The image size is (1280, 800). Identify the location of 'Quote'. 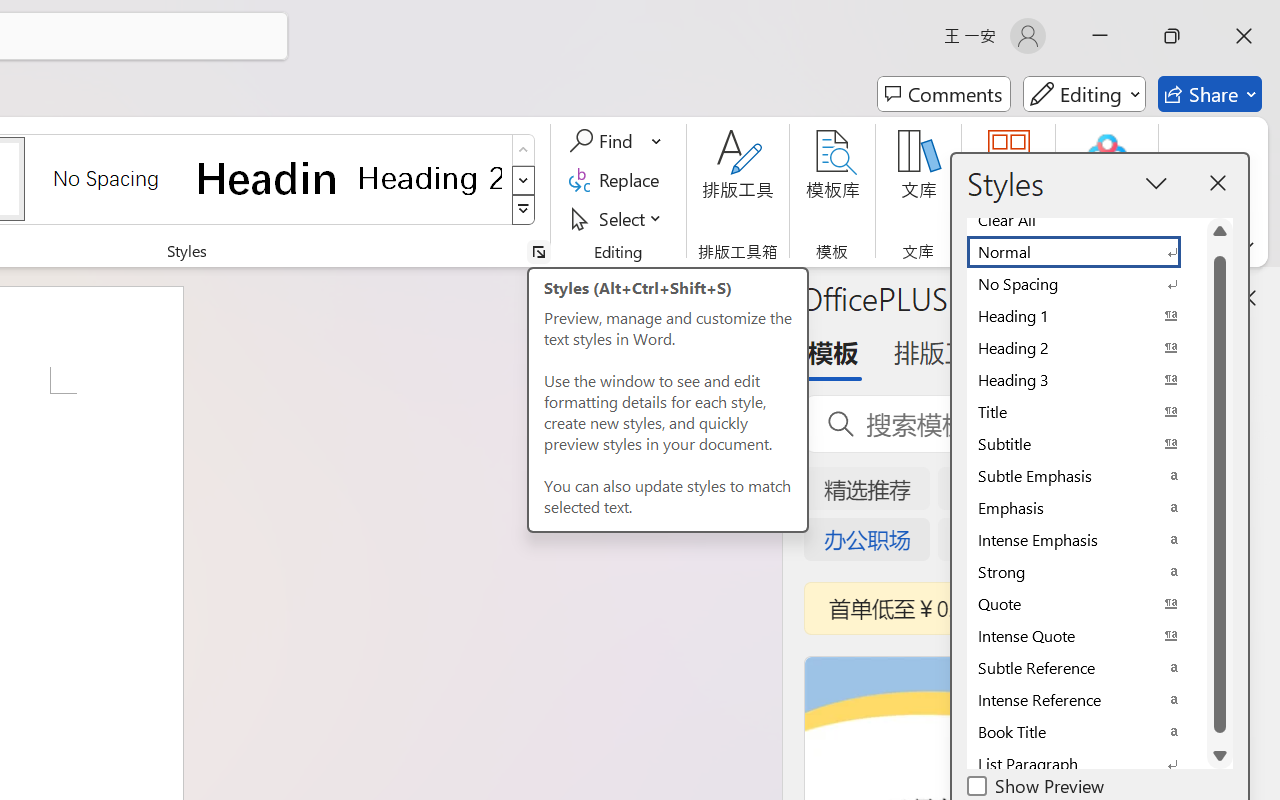
(1085, 604).